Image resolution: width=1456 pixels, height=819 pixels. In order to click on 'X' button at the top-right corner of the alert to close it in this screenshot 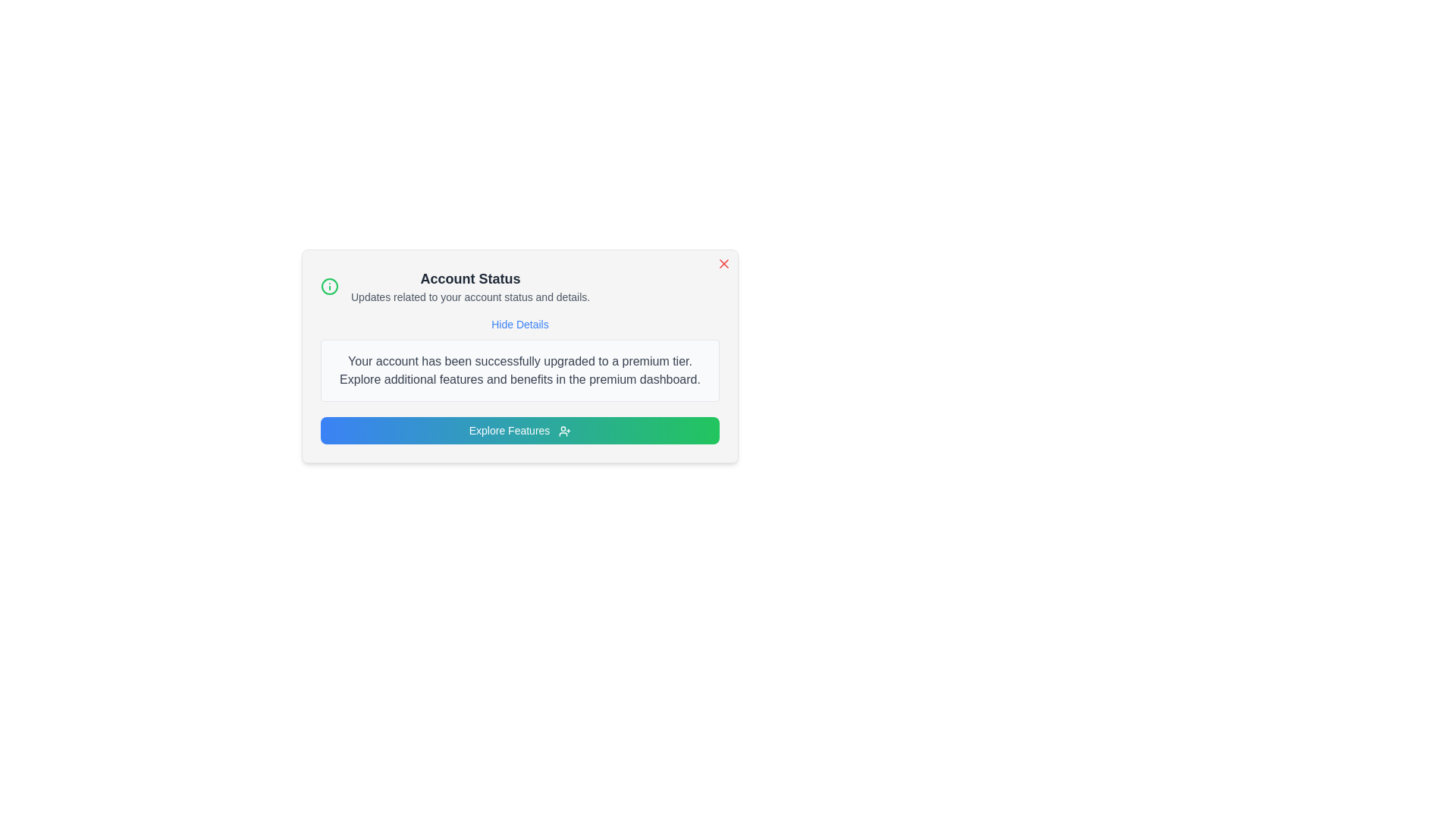, I will do `click(723, 262)`.